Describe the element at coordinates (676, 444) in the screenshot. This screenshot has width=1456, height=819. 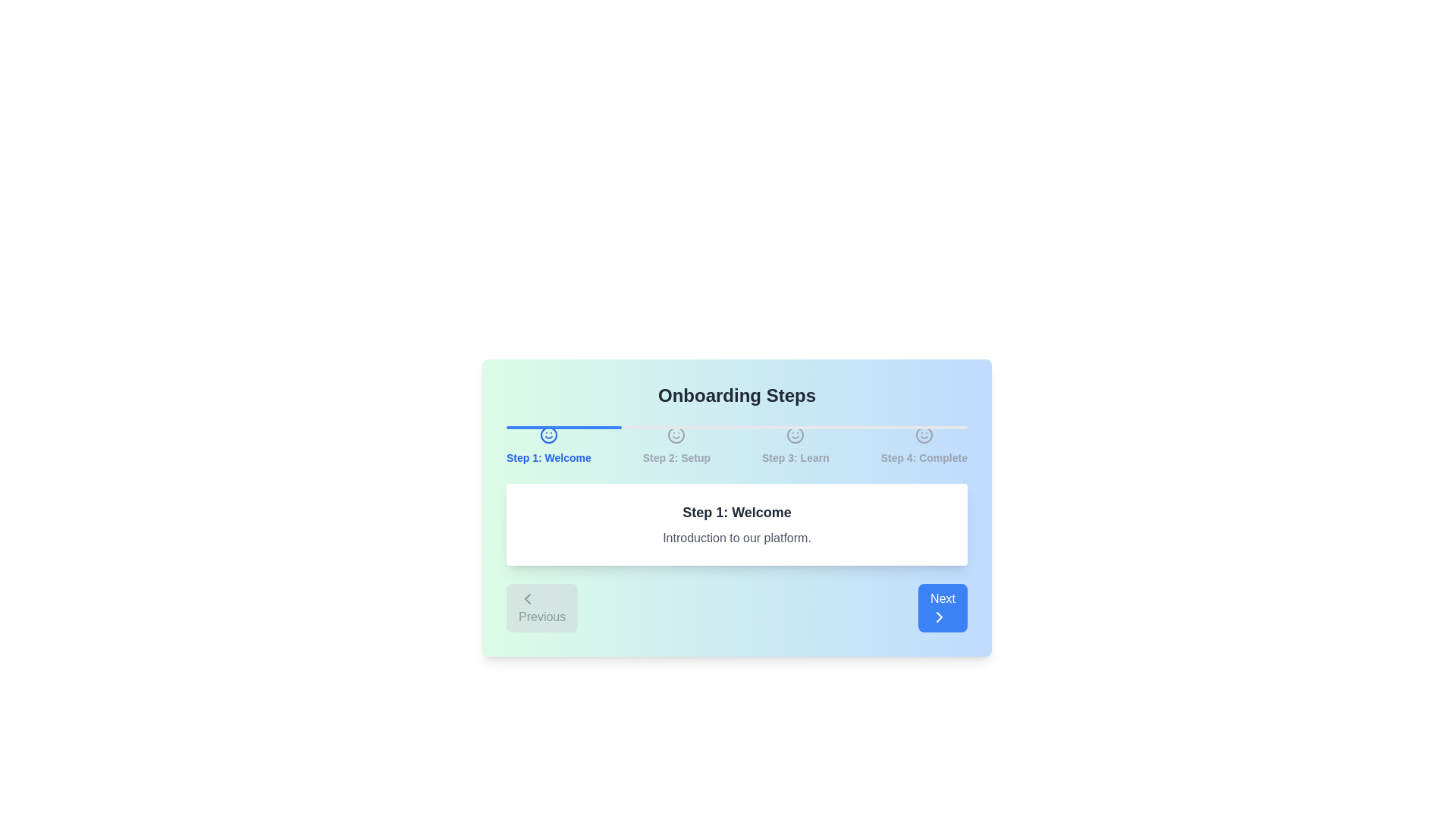
I see `the label 'Step 2: Setup' of the Progression step element, which features a smiling face icon above the bold text` at that location.